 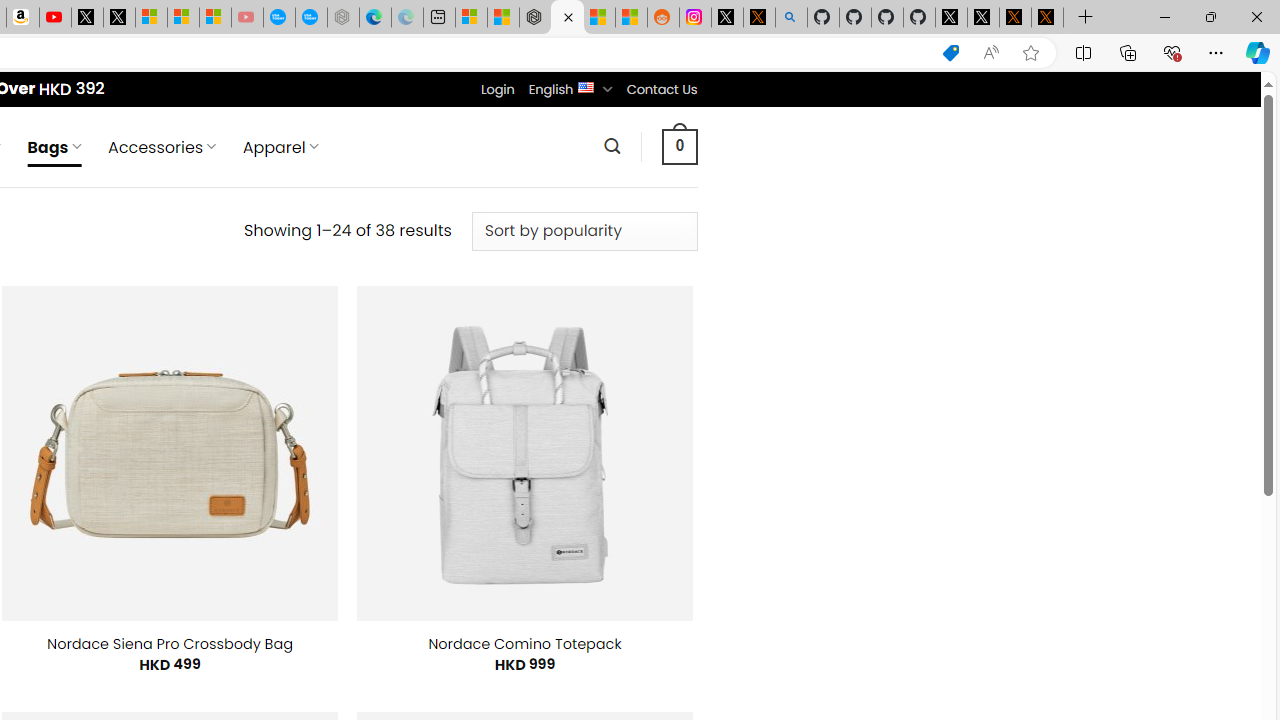 I want to click on 'Minimize', so click(x=1164, y=16).